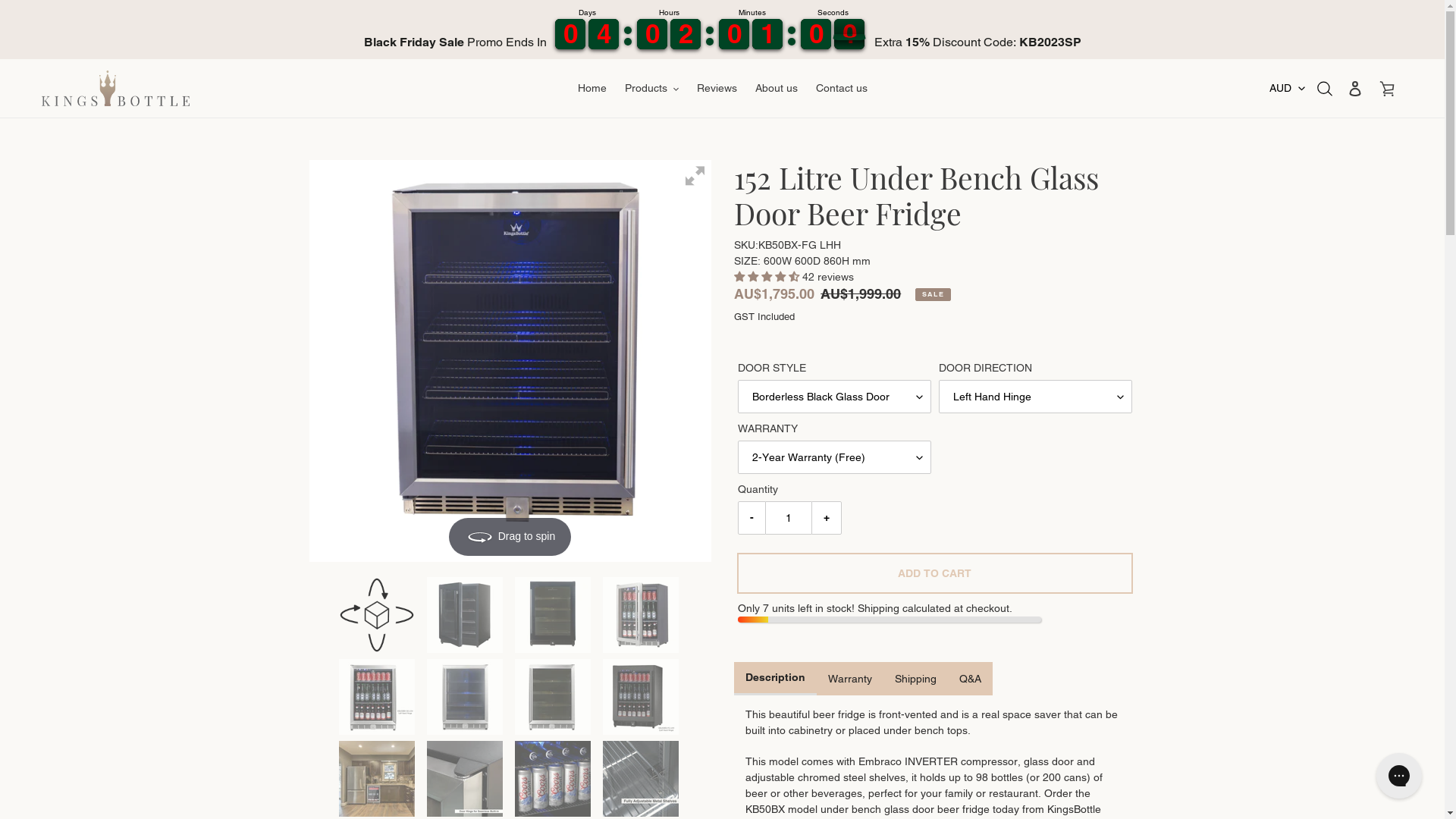 This screenshot has width=1456, height=819. I want to click on 'Contact us', so click(807, 88).